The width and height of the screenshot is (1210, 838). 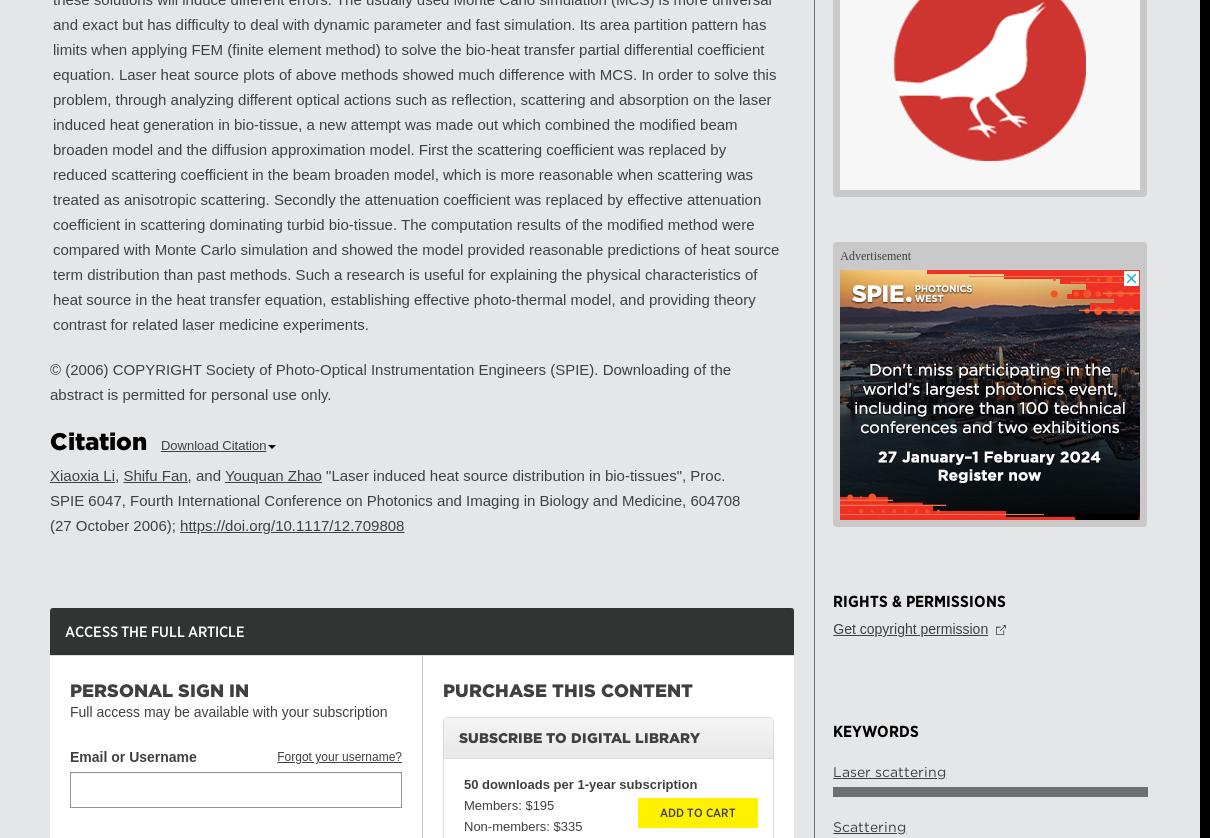 I want to click on 'SUBSCRIBE TO DIGITAL LIBRARY', so click(x=579, y=737).